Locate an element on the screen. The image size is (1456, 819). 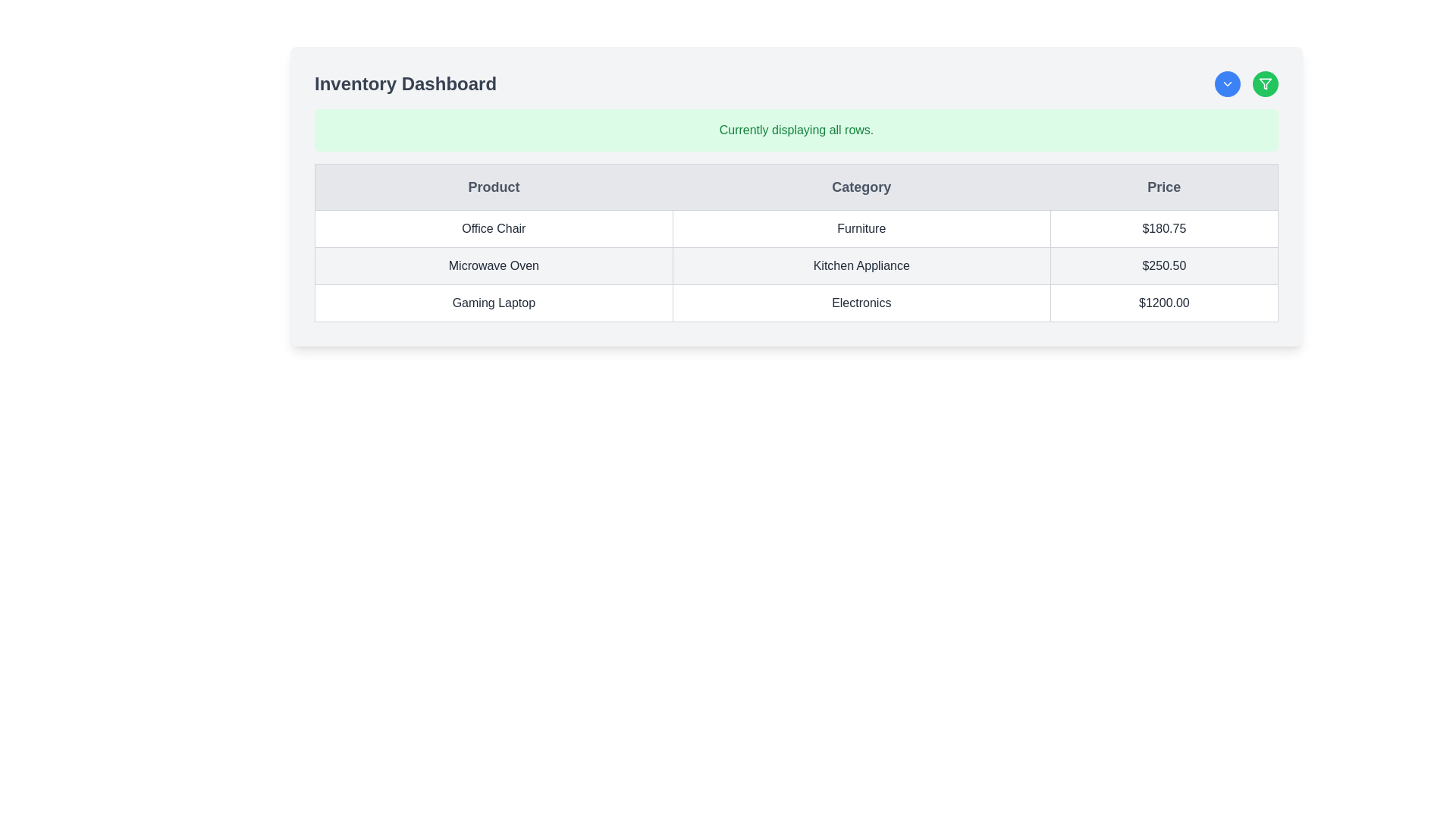
the filter icon button, which is a triangular funnel with a green circular background, located at the top-right corner of the interface within the light gray header bar is located at coordinates (1266, 84).